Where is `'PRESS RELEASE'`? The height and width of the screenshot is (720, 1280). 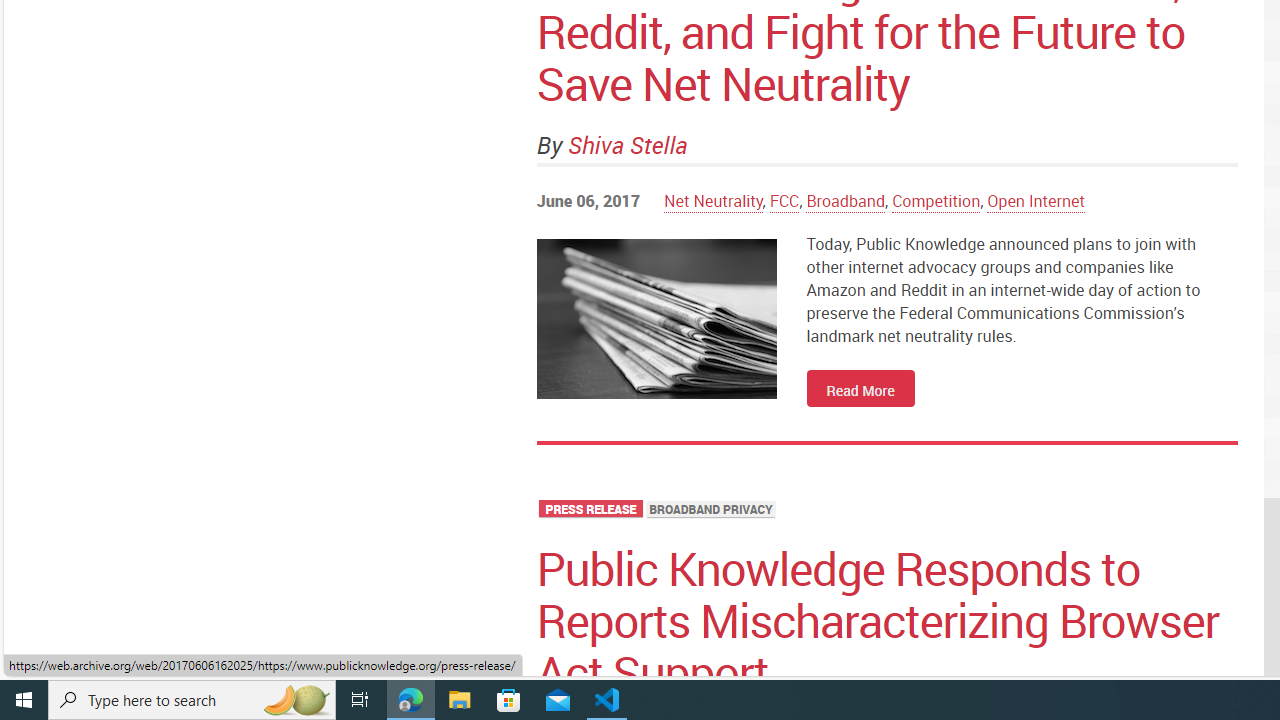
'PRESS RELEASE' is located at coordinates (590, 508).